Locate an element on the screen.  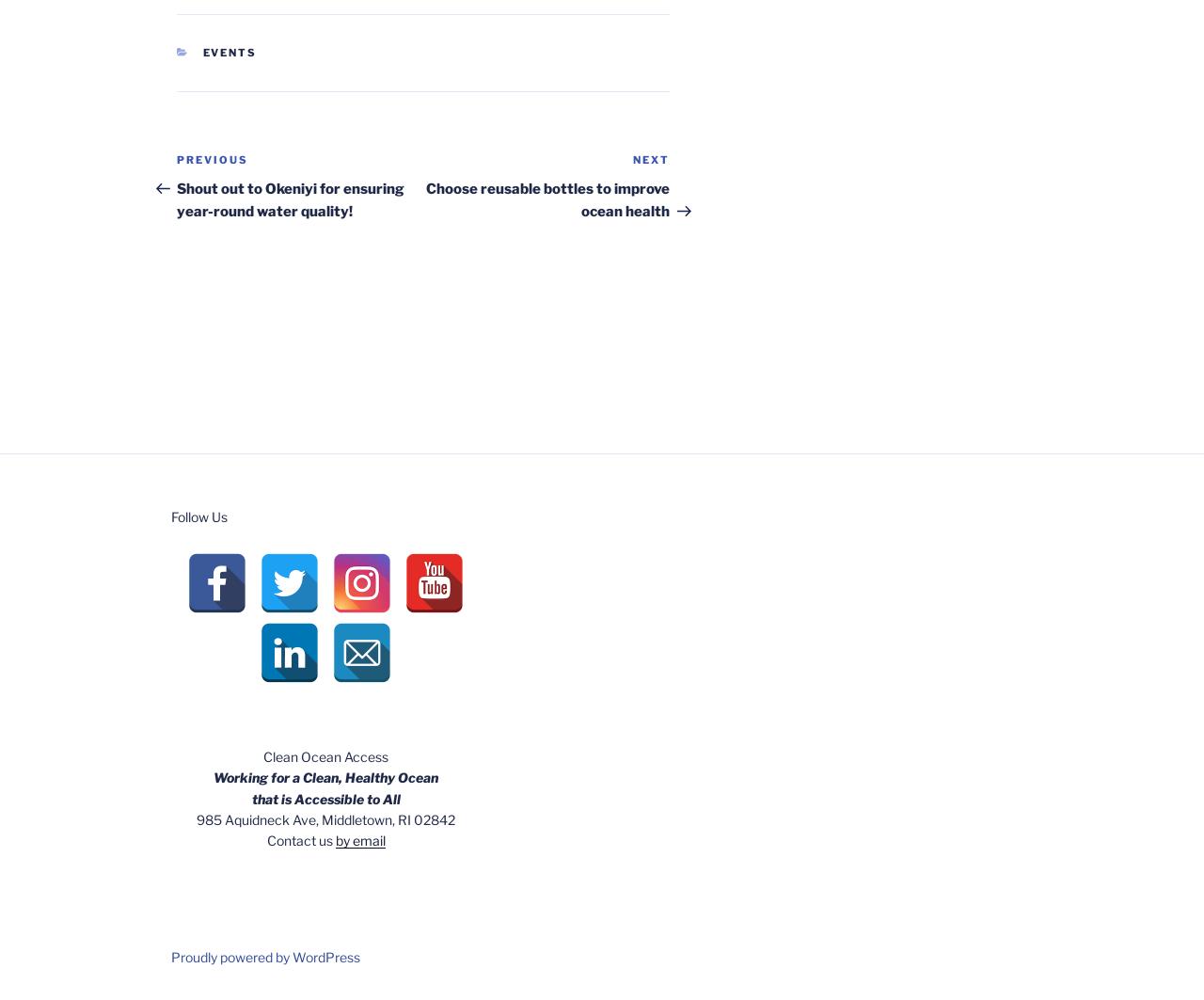
'Contact us' is located at coordinates (299, 839).